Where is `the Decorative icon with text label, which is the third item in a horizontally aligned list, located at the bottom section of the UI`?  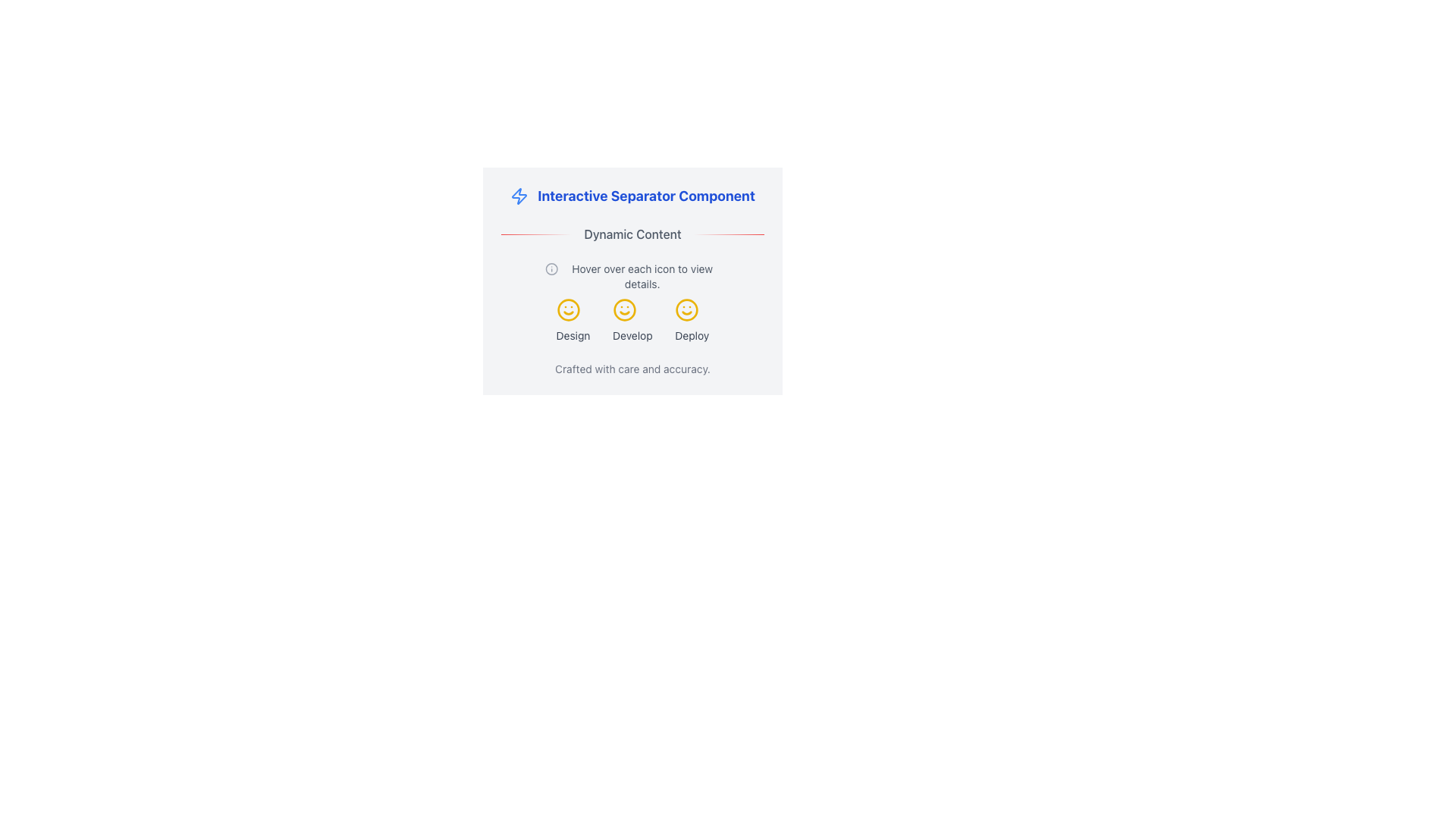 the Decorative icon with text label, which is the third item in a horizontally aligned list, located at the bottom section of the UI is located at coordinates (691, 320).